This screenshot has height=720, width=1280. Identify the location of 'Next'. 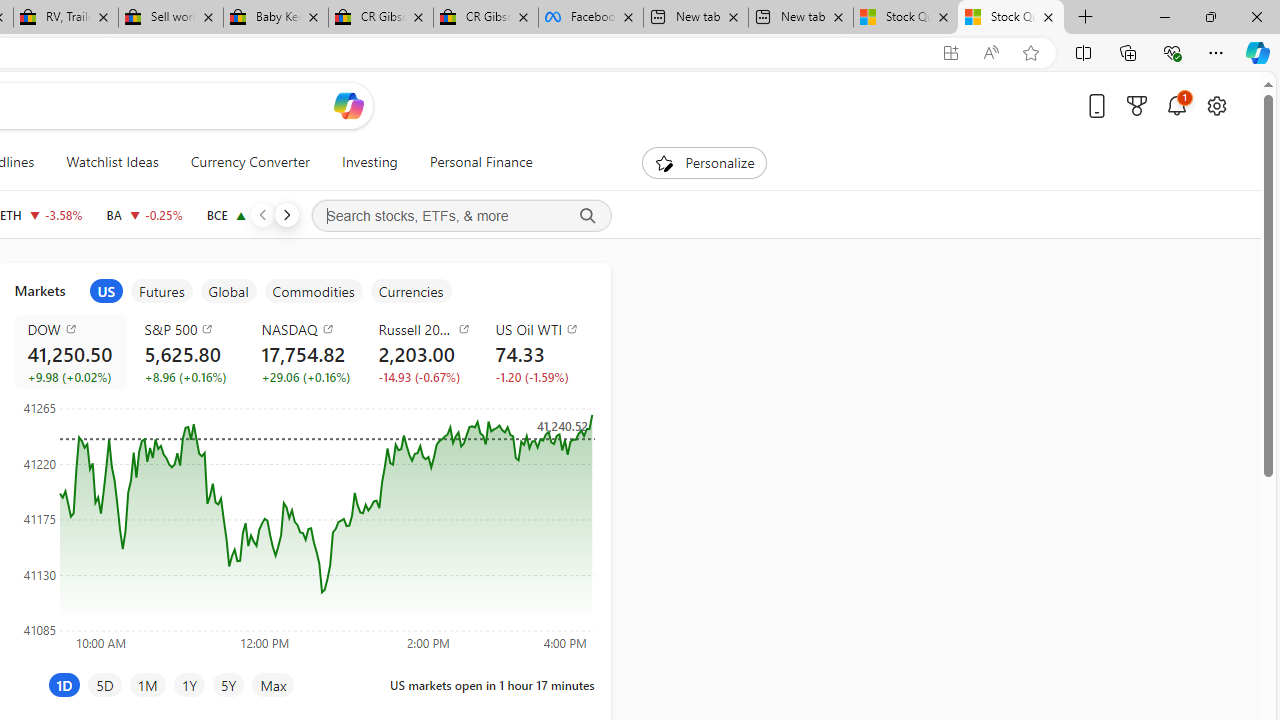
(285, 214).